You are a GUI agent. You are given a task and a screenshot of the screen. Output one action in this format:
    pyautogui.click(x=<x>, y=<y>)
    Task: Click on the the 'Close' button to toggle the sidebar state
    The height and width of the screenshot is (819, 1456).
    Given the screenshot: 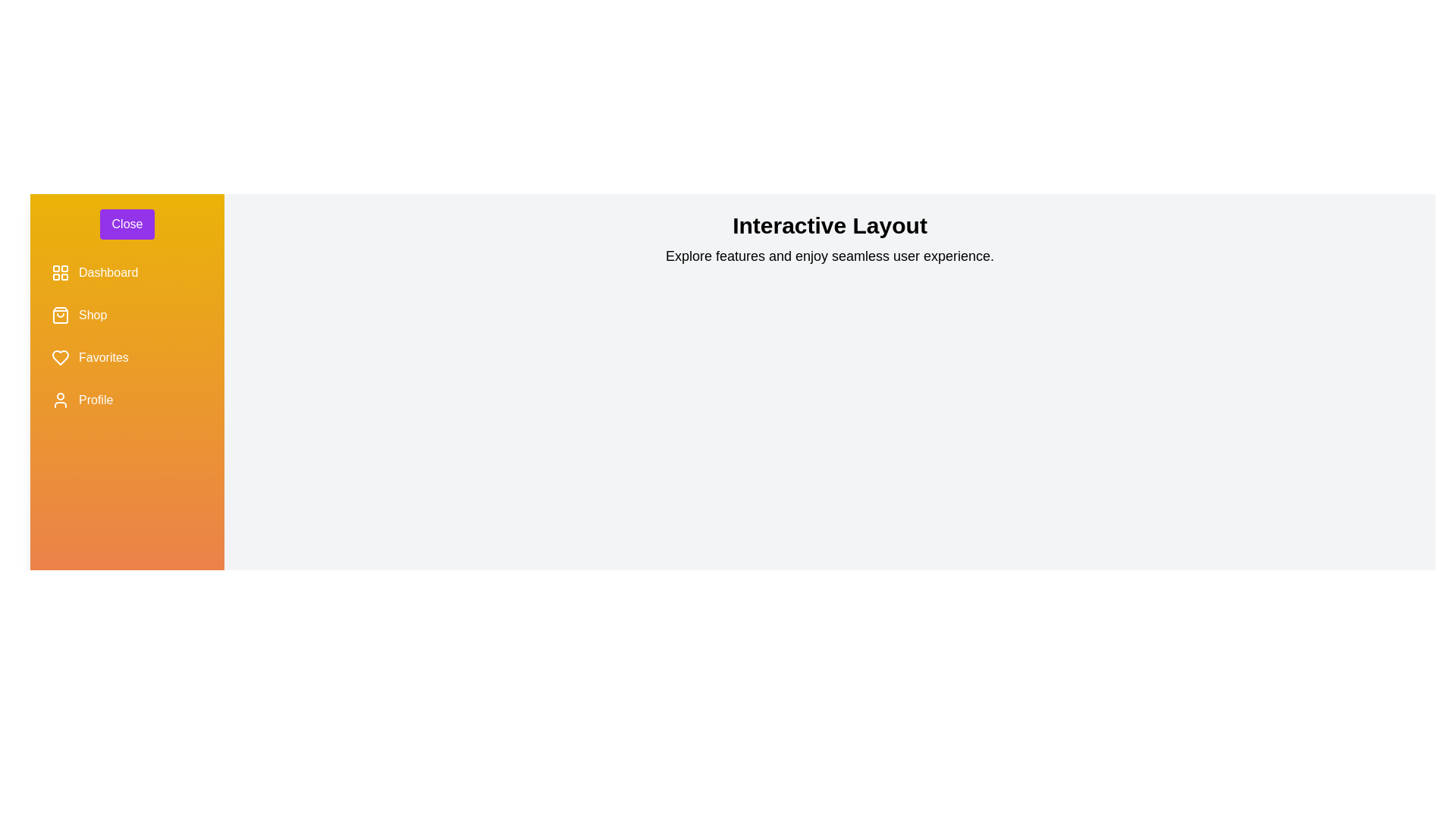 What is the action you would take?
    pyautogui.click(x=127, y=224)
    